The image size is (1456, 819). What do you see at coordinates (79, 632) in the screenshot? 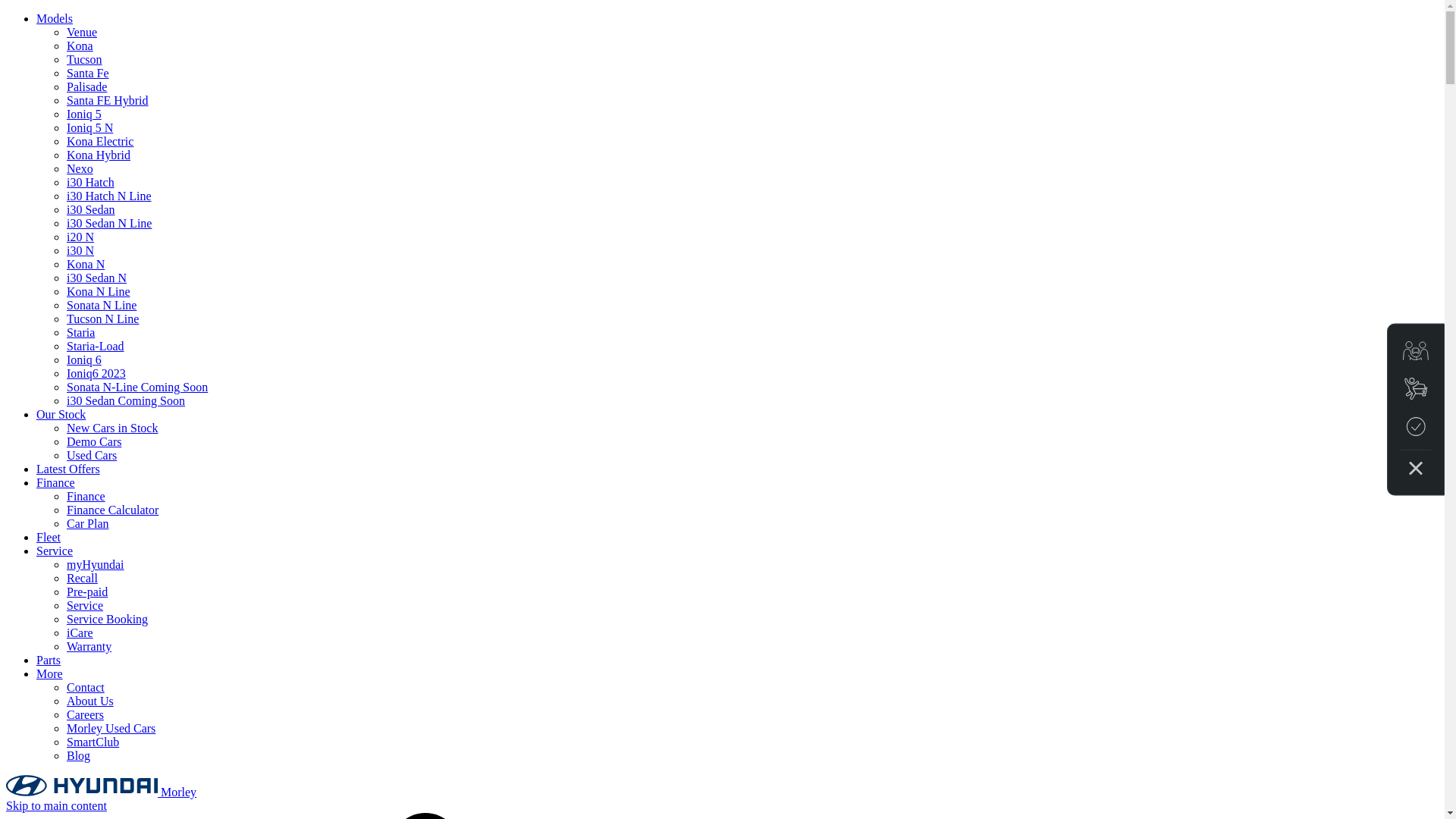
I see `'iCare'` at bounding box center [79, 632].